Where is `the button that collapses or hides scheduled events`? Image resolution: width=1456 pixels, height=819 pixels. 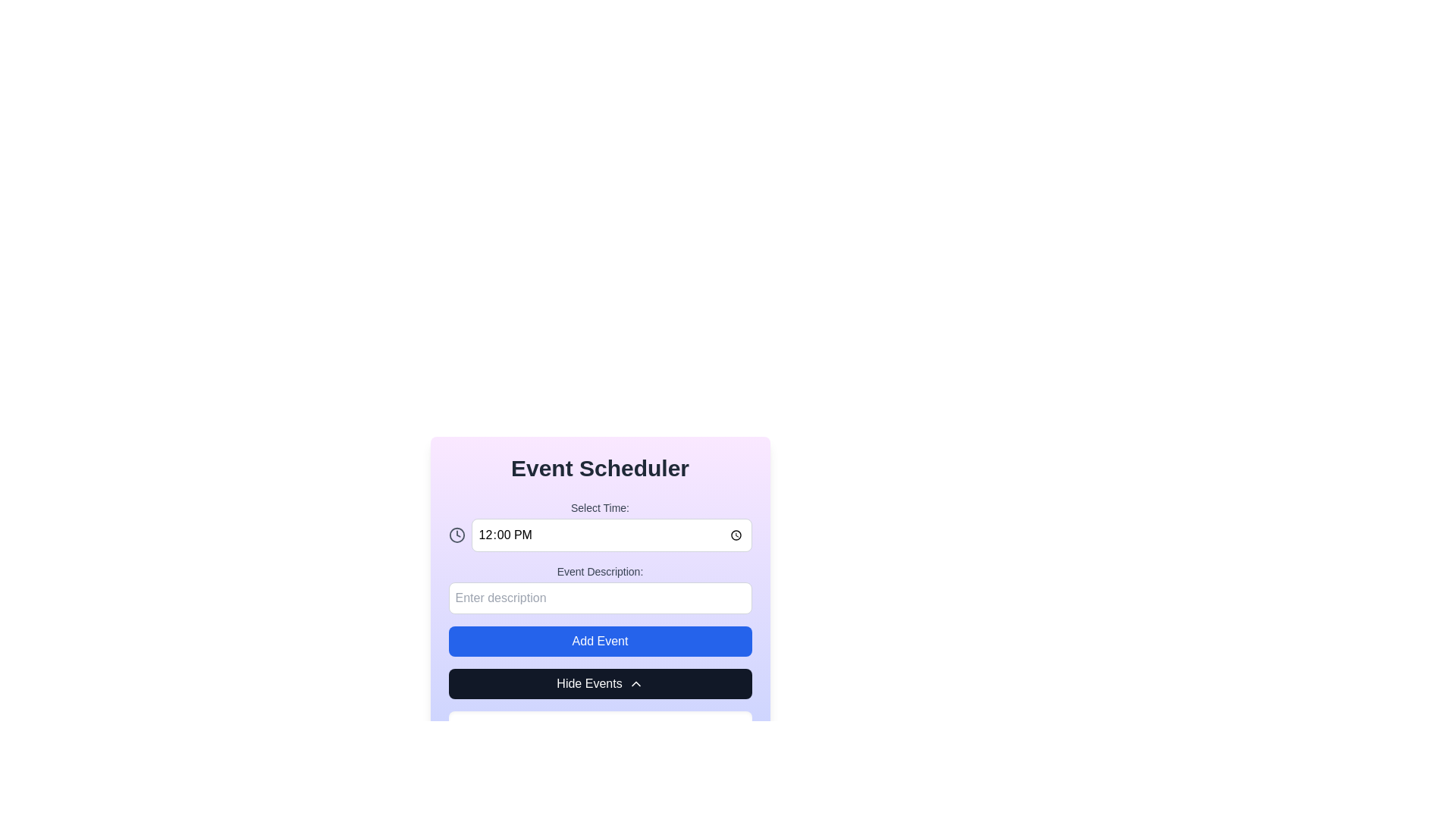 the button that collapses or hides scheduled events is located at coordinates (599, 684).